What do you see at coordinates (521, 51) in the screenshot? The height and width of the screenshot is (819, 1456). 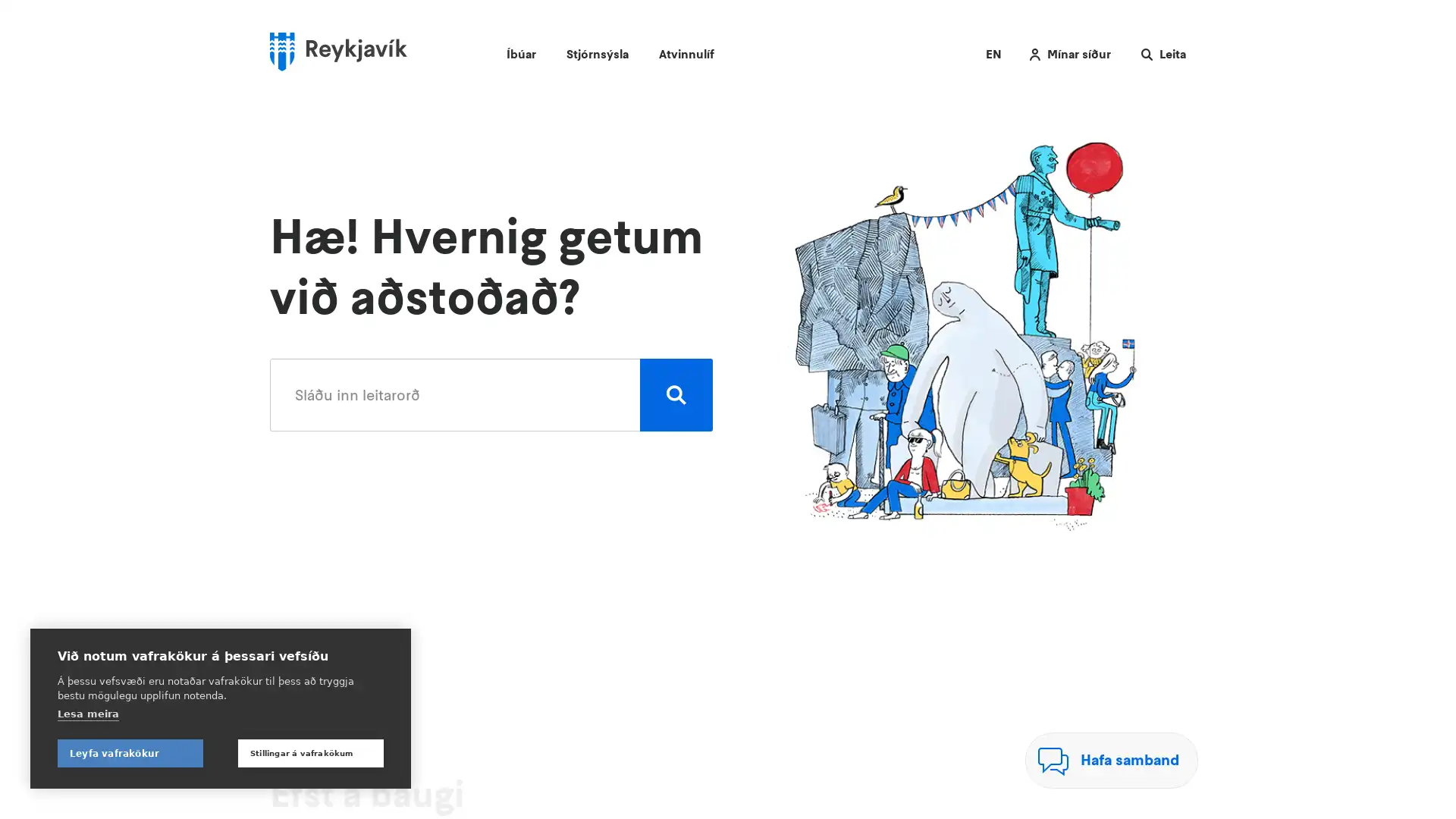 I see `Ibuar` at bounding box center [521, 51].